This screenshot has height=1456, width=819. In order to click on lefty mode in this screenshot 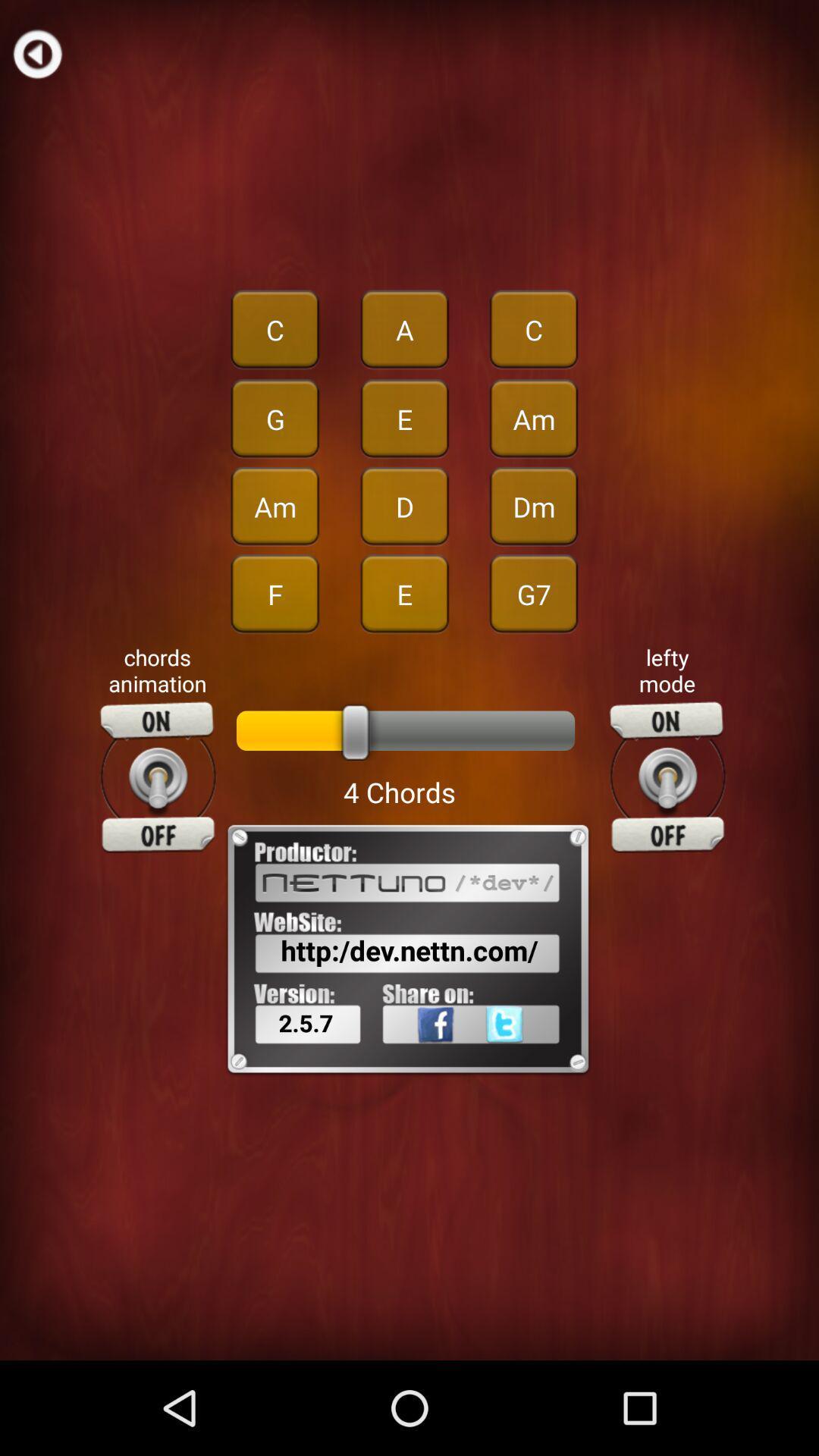, I will do `click(667, 777)`.